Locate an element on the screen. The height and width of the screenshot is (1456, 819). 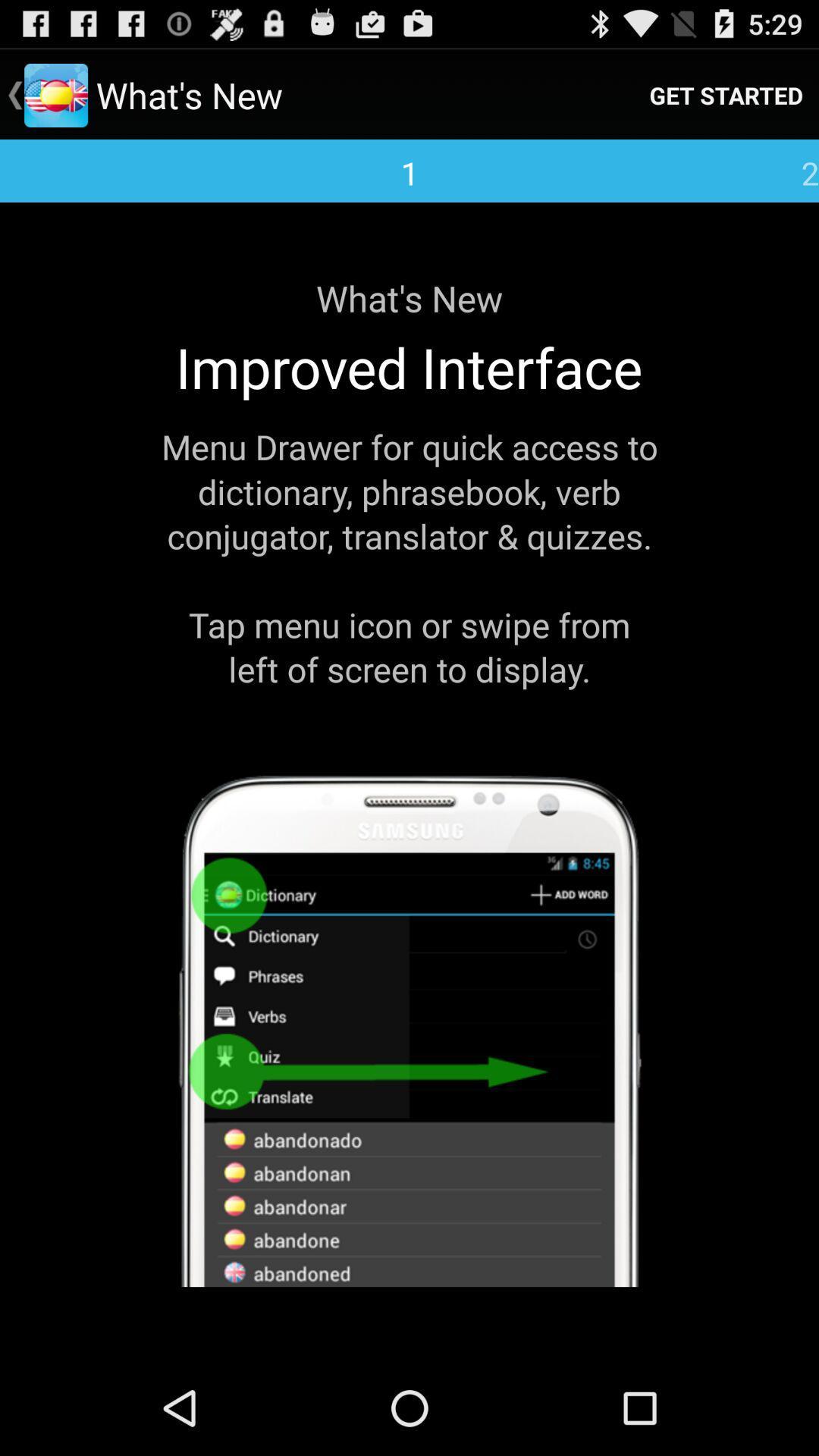
the app to the right of 1 app is located at coordinates (725, 94).